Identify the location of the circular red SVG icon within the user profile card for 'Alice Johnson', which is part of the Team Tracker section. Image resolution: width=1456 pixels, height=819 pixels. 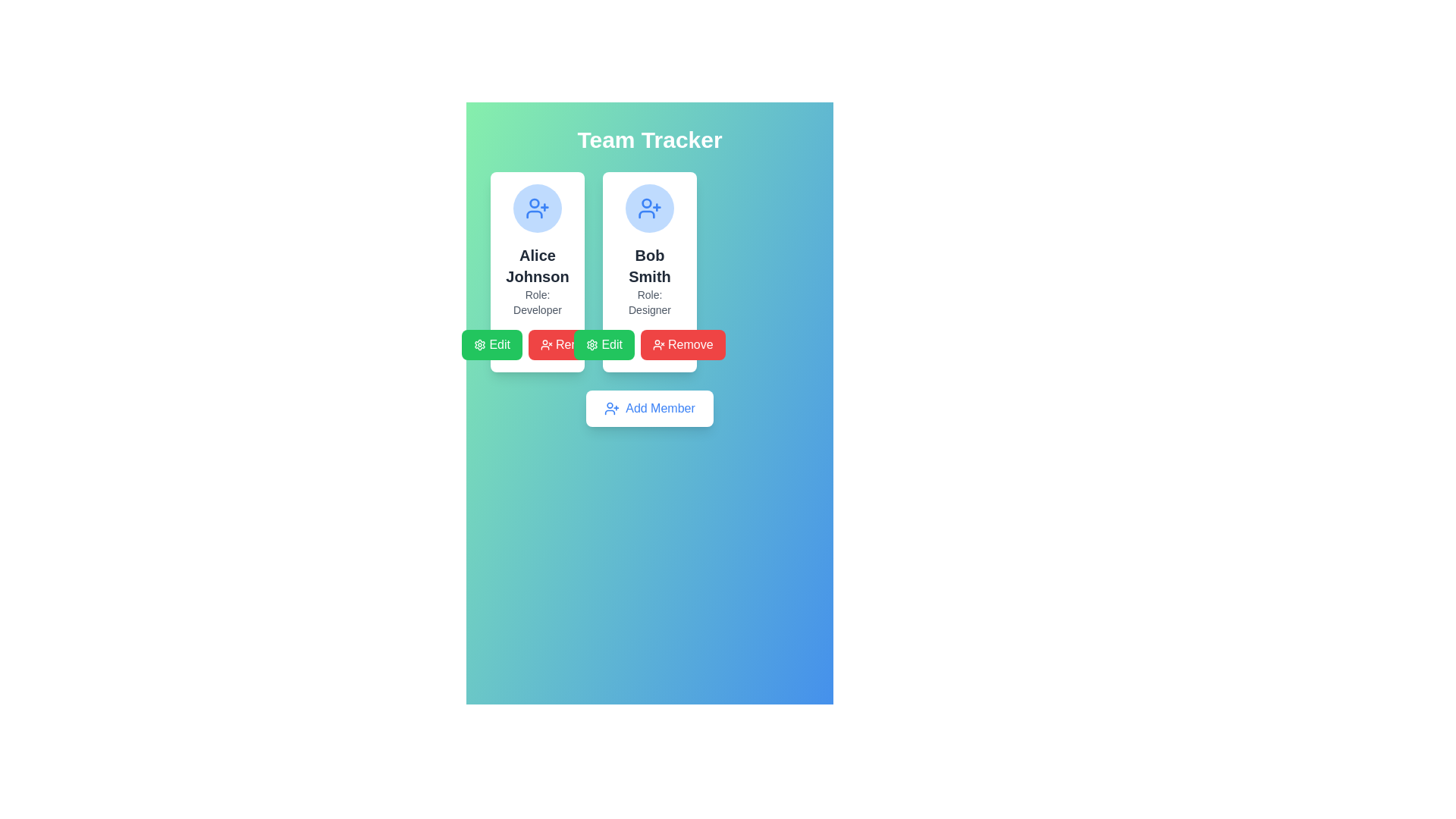
(535, 202).